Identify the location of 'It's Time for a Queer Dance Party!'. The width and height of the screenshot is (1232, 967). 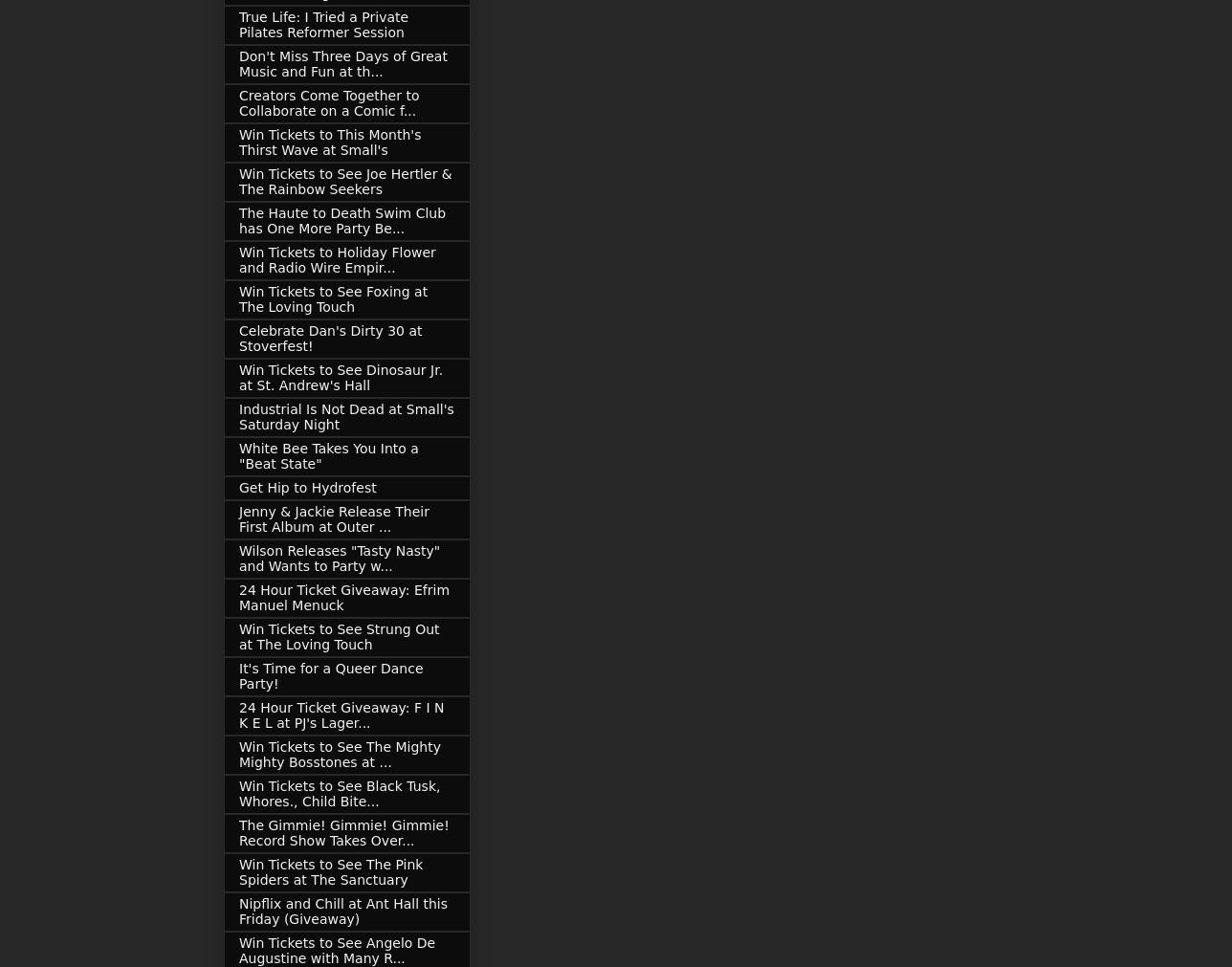
(330, 674).